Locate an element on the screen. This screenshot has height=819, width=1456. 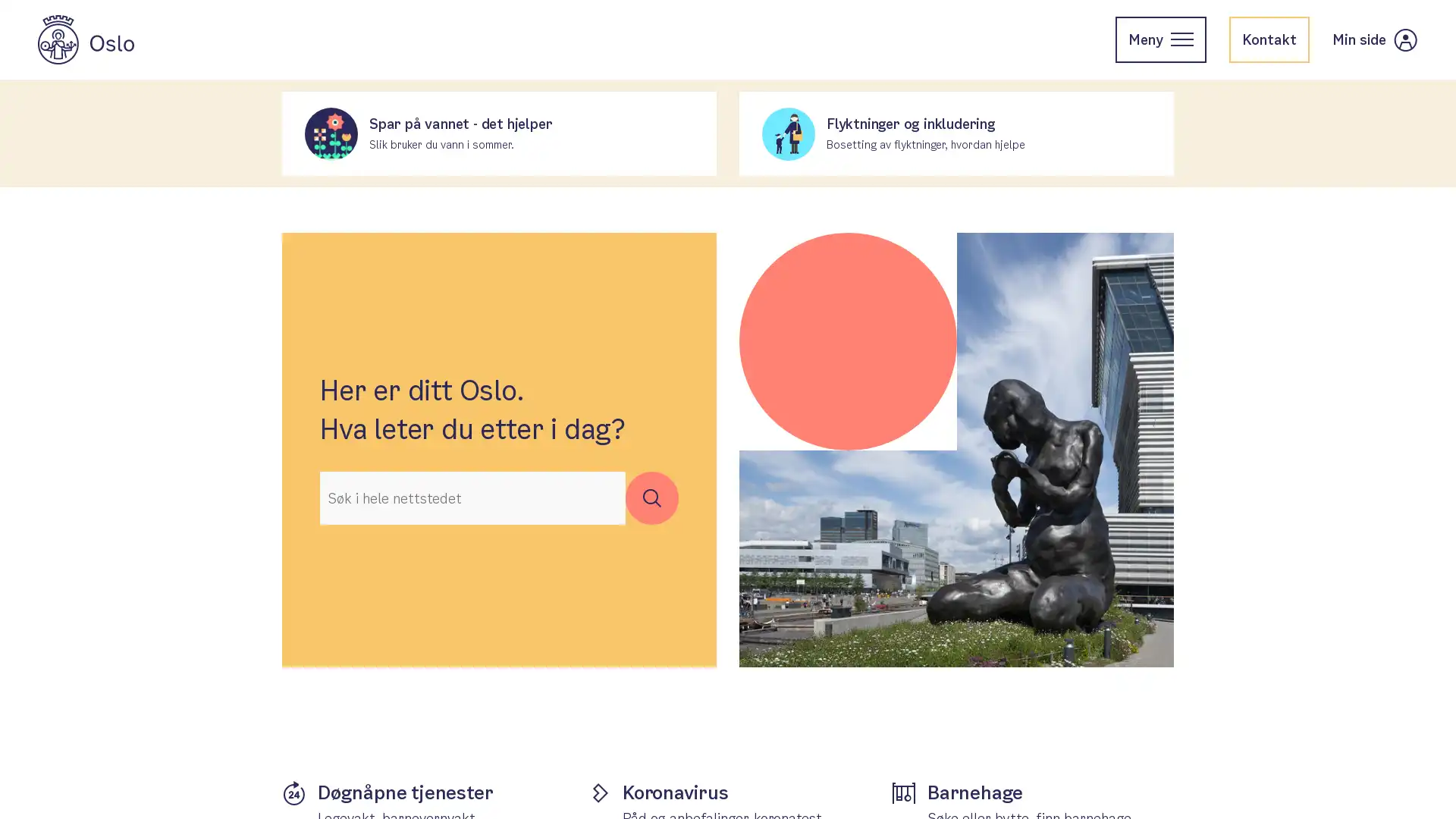
Meny is located at coordinates (1160, 39).